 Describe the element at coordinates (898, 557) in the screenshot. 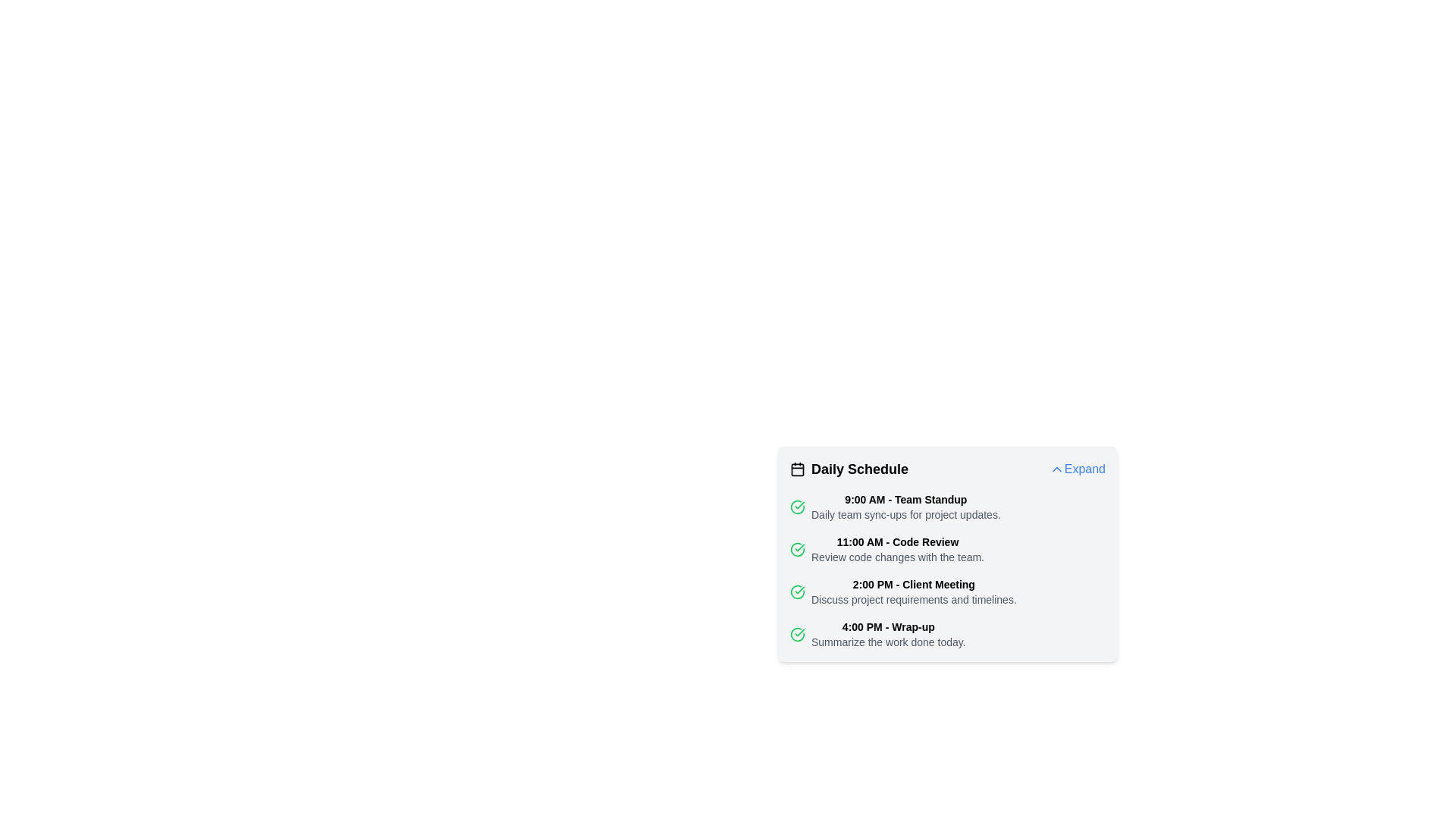

I see `the text element reading 'Review code changes with the team.' located directly underneath the header '11:00 AM - Code Review' within the schedule card layout` at that location.